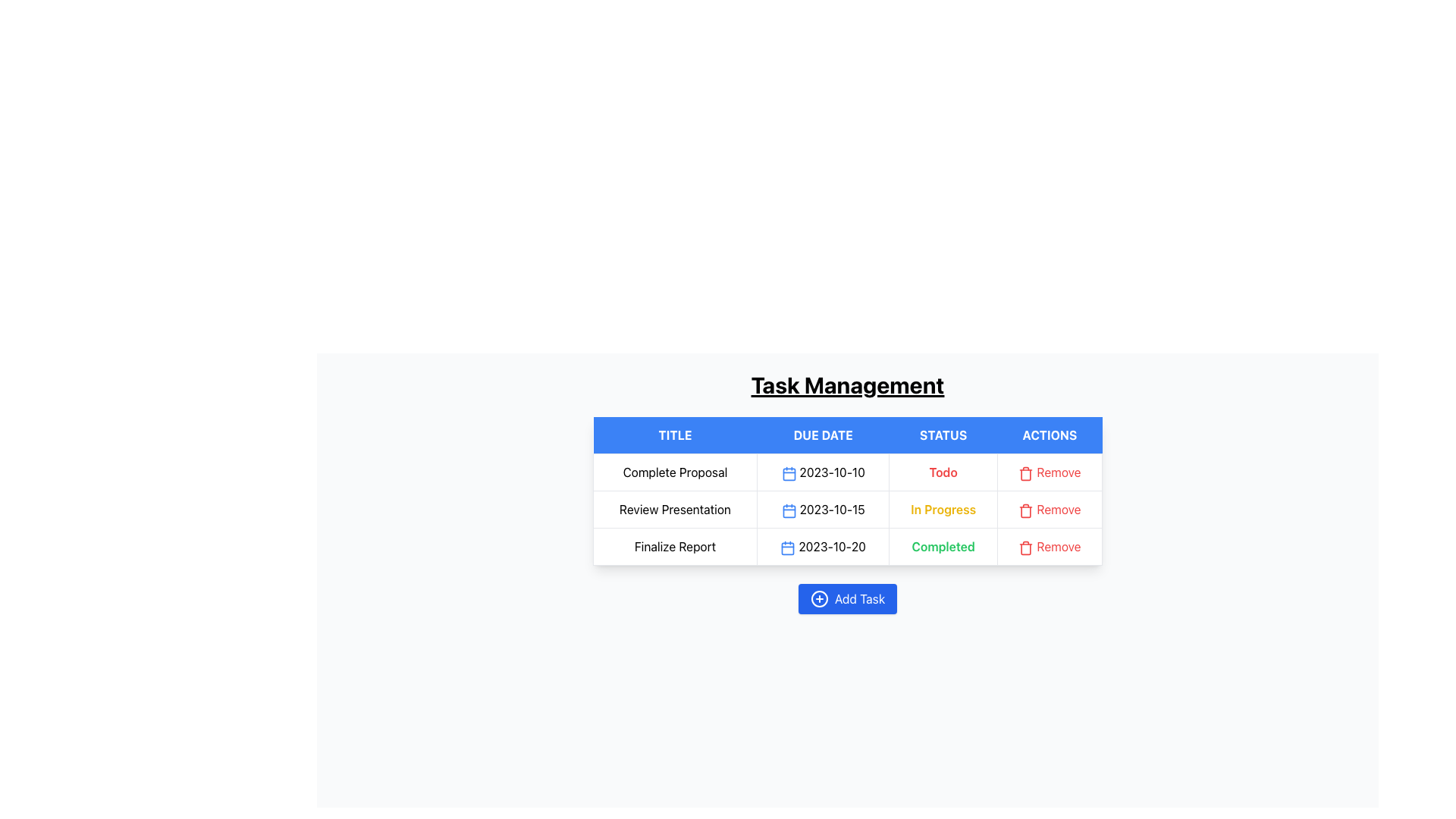 The image size is (1456, 819). I want to click on the information displayed in the Text label located at the top-left cell of the table under the 'Title' column header, so click(674, 472).